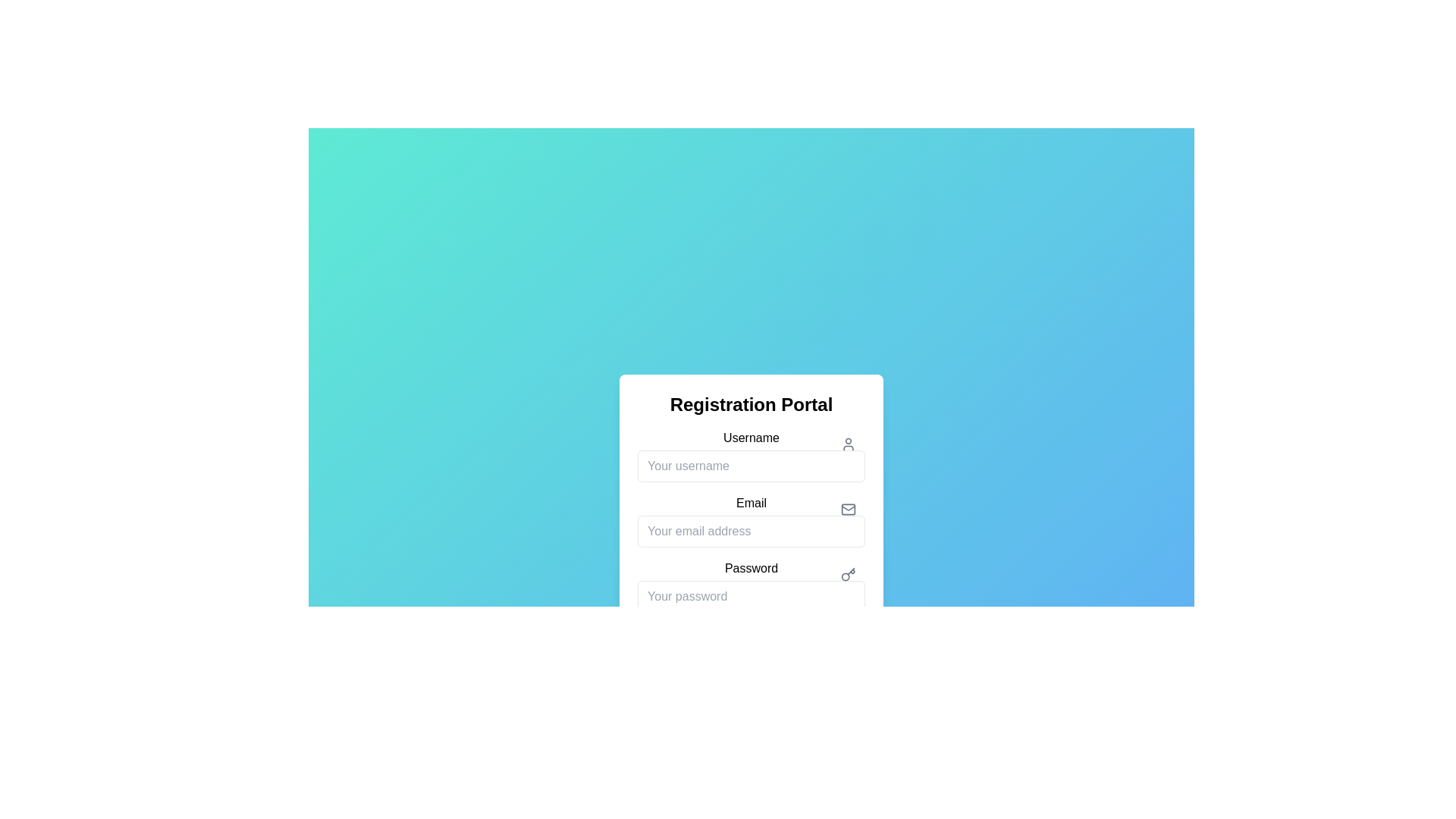 This screenshot has width=1456, height=819. What do you see at coordinates (751, 403) in the screenshot?
I see `the 'Registration Portal' text header, which is a bold, large title displayed at the top of the form, above the input fields` at bounding box center [751, 403].